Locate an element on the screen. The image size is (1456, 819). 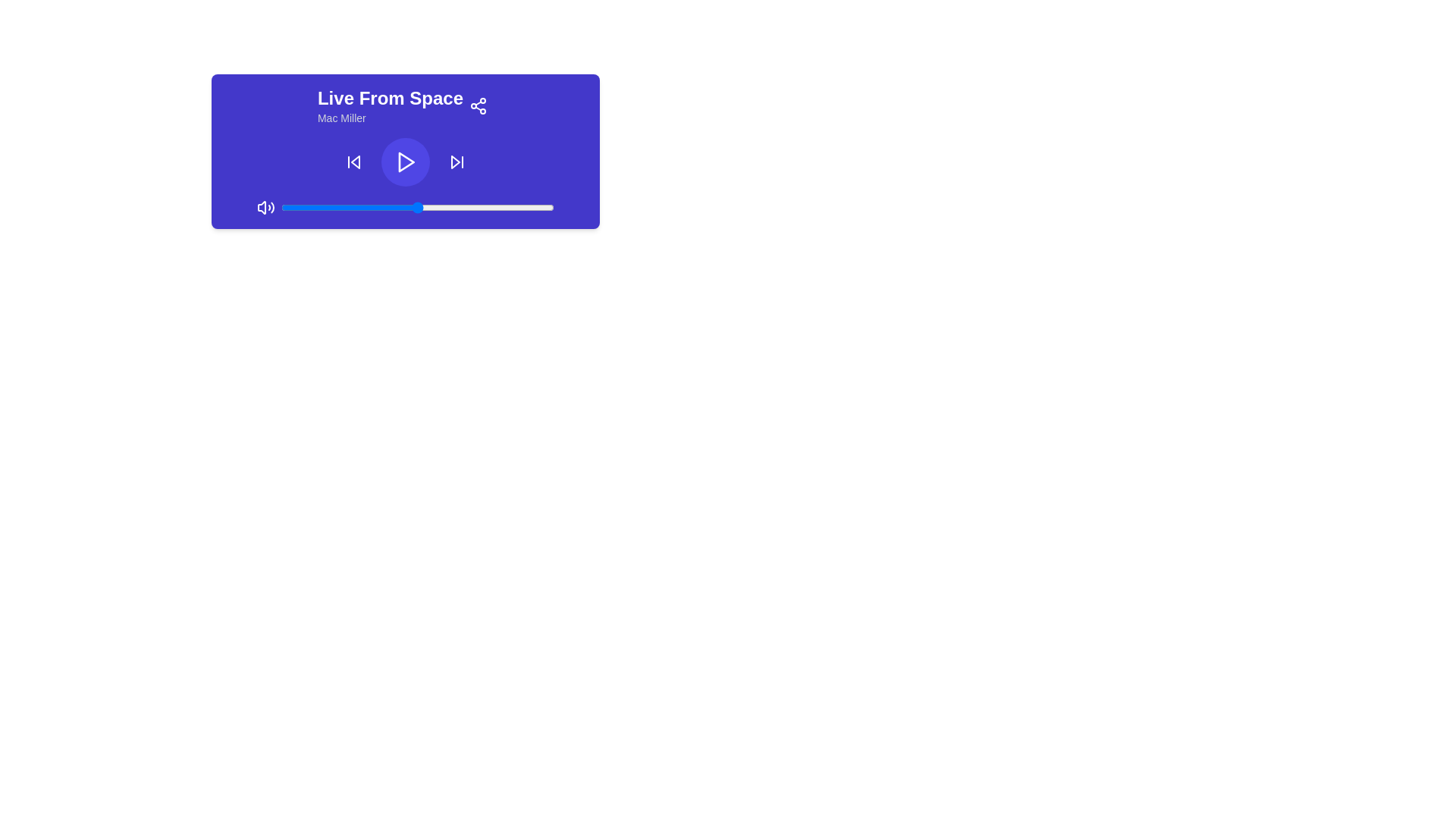
the outer sound wave decorative graphical element, which is the third and outermost curve from the left within the volume icon on the player's control interface is located at coordinates (272, 207).